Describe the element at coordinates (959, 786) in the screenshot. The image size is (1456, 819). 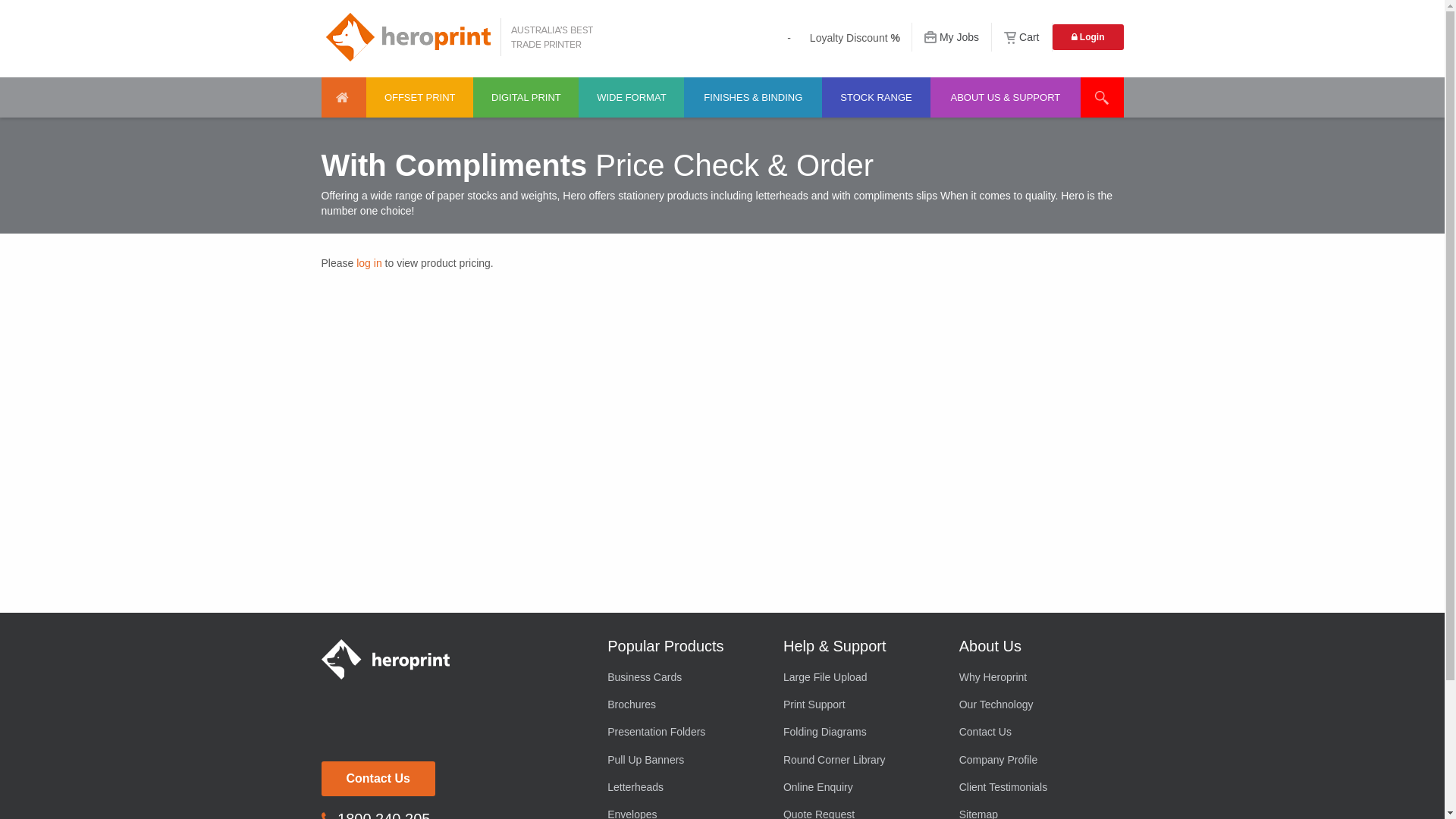
I see `'Client Testimonials'` at that location.